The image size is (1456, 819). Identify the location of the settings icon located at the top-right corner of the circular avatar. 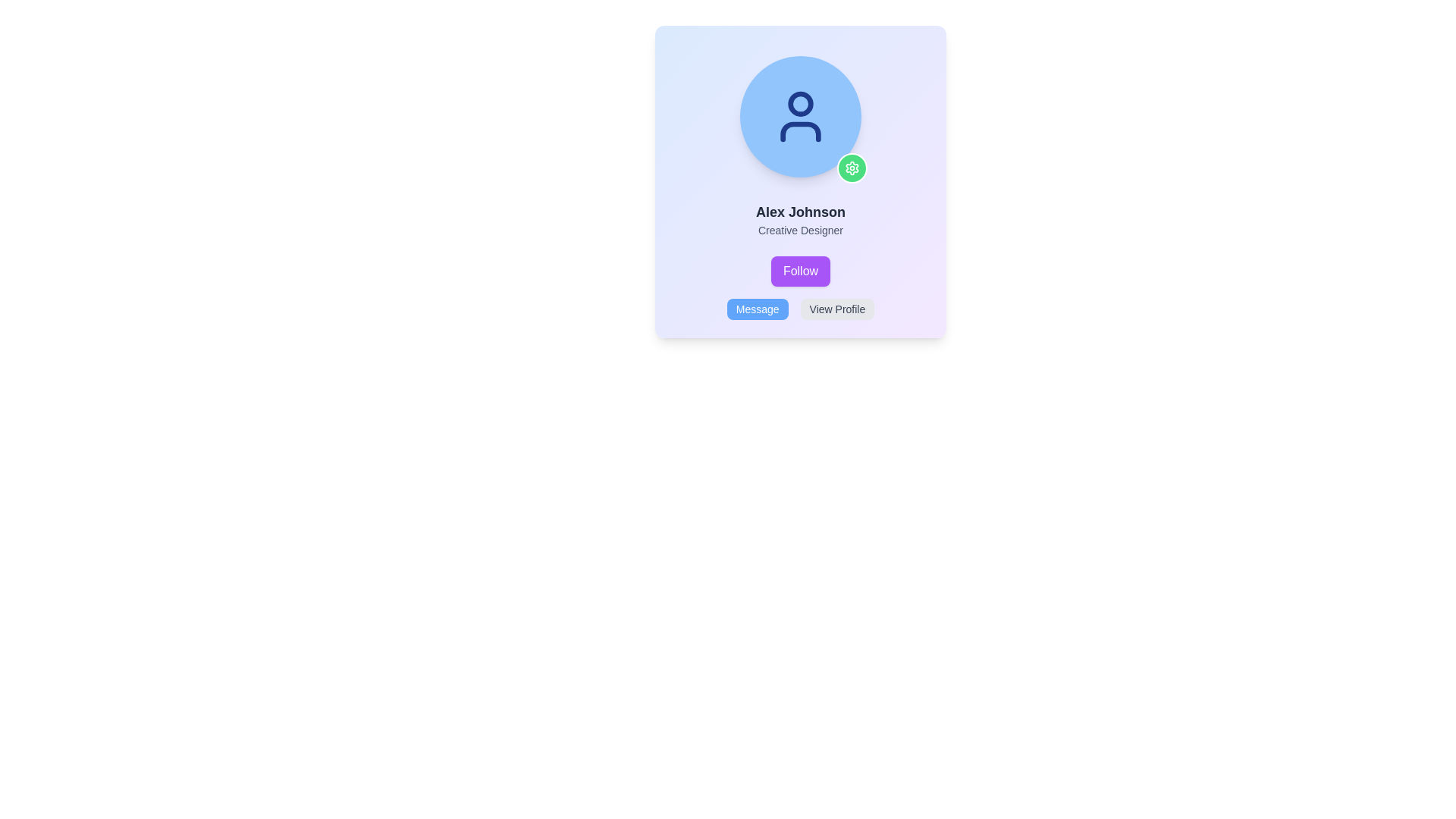
(852, 168).